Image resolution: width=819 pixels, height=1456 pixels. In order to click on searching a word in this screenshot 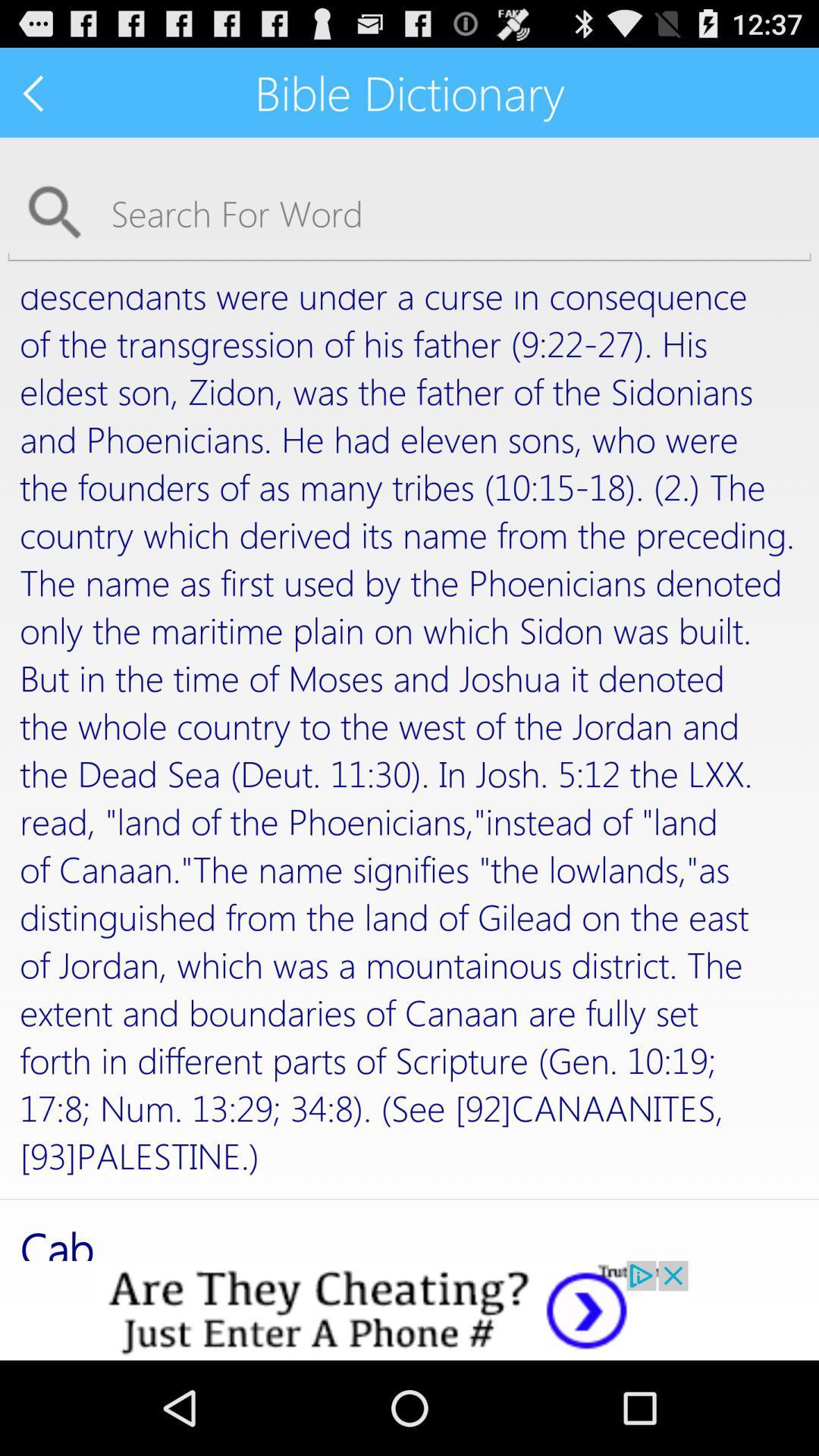, I will do `click(409, 212)`.